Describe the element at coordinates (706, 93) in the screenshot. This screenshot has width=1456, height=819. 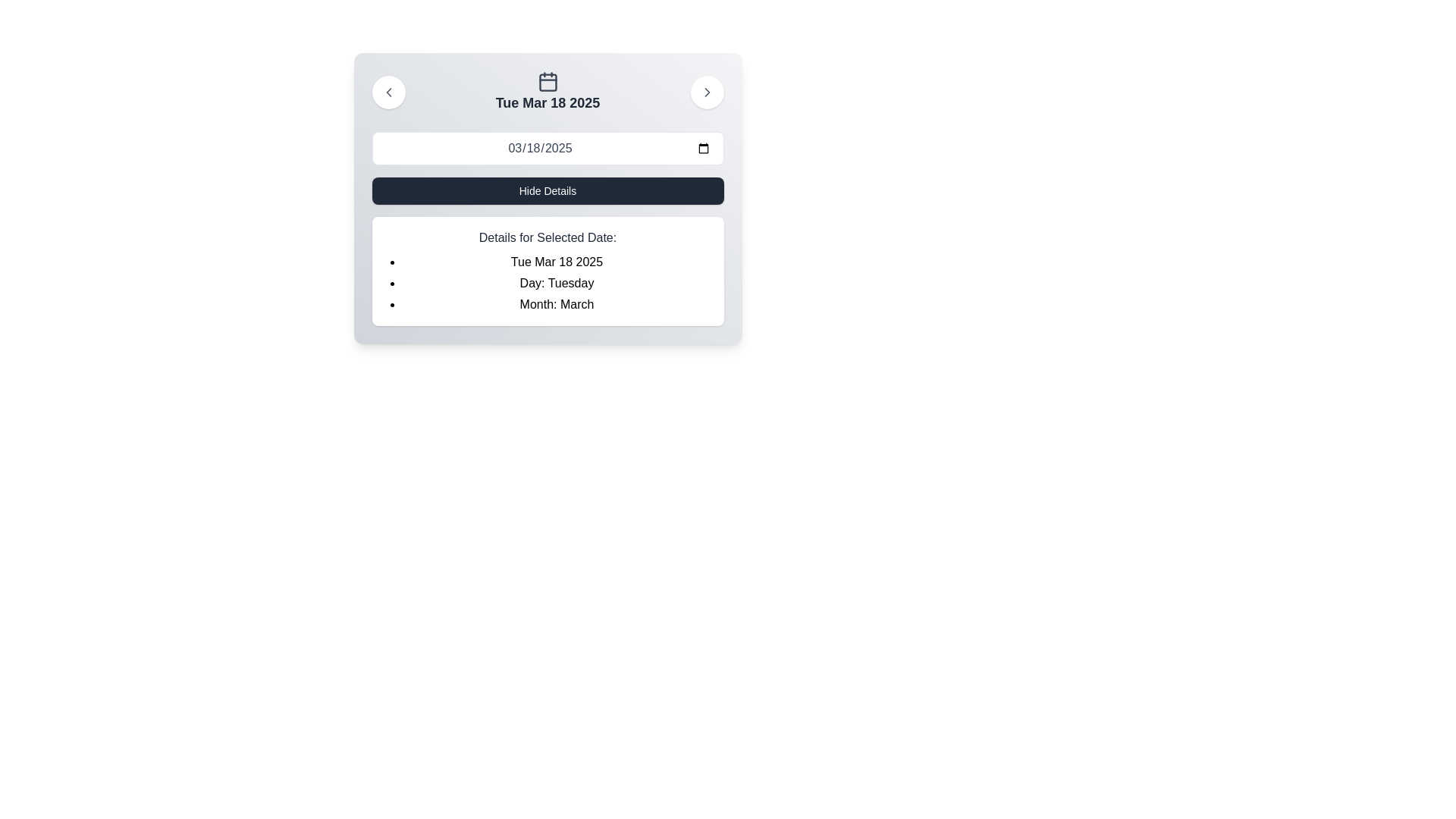
I see `the circular navigation button located in the upper-right section of the interface` at that location.